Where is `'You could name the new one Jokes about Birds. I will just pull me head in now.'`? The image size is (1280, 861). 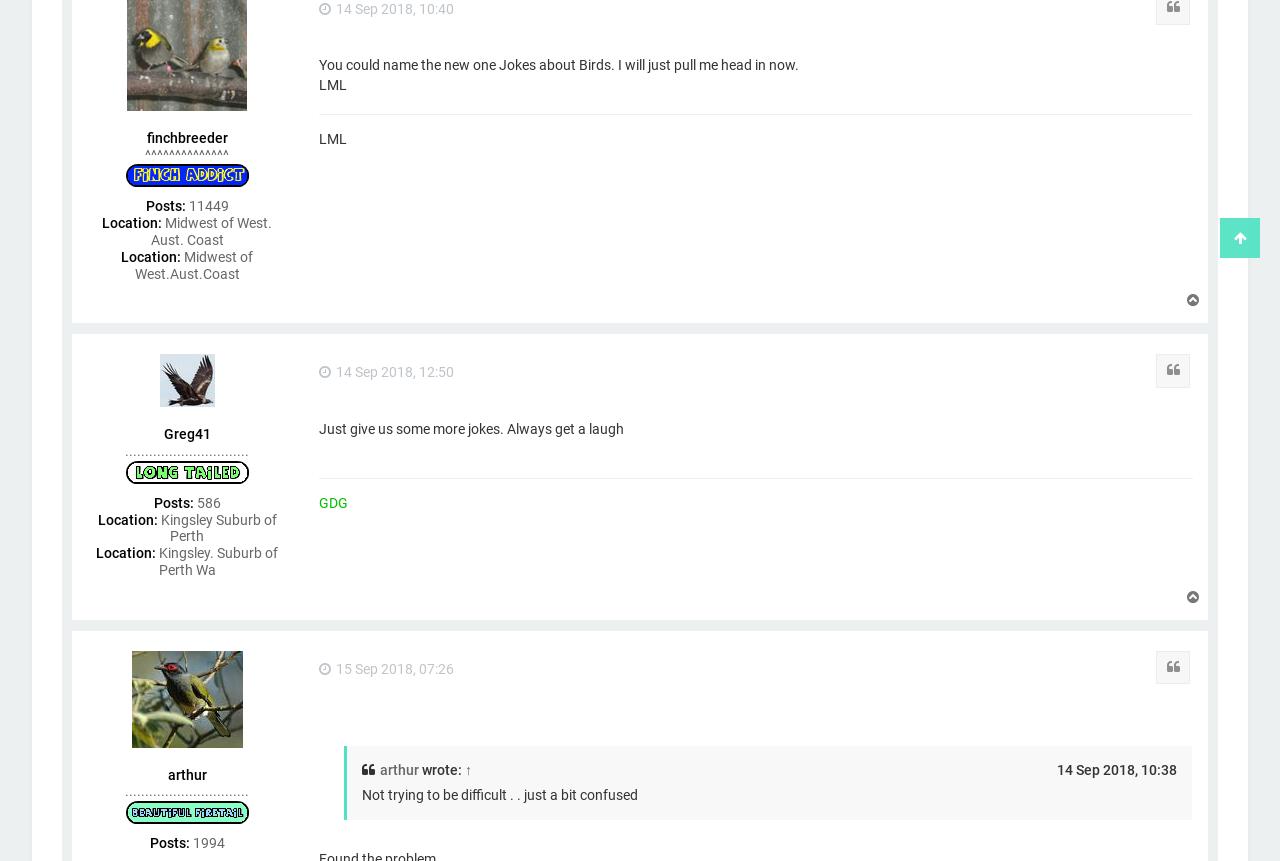 'You could name the new one Jokes about Birds. I will just pull me head in now.' is located at coordinates (558, 64).